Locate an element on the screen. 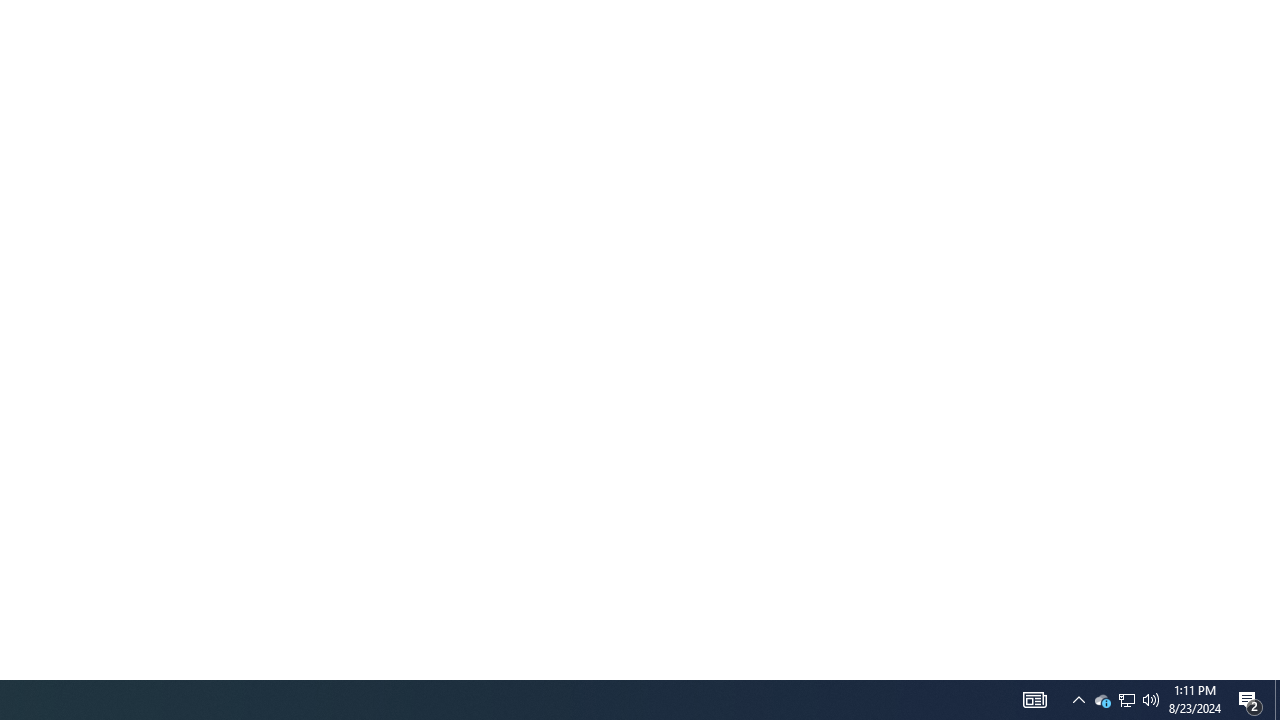  'Action Center, 2 new notifications' is located at coordinates (1276, 698).